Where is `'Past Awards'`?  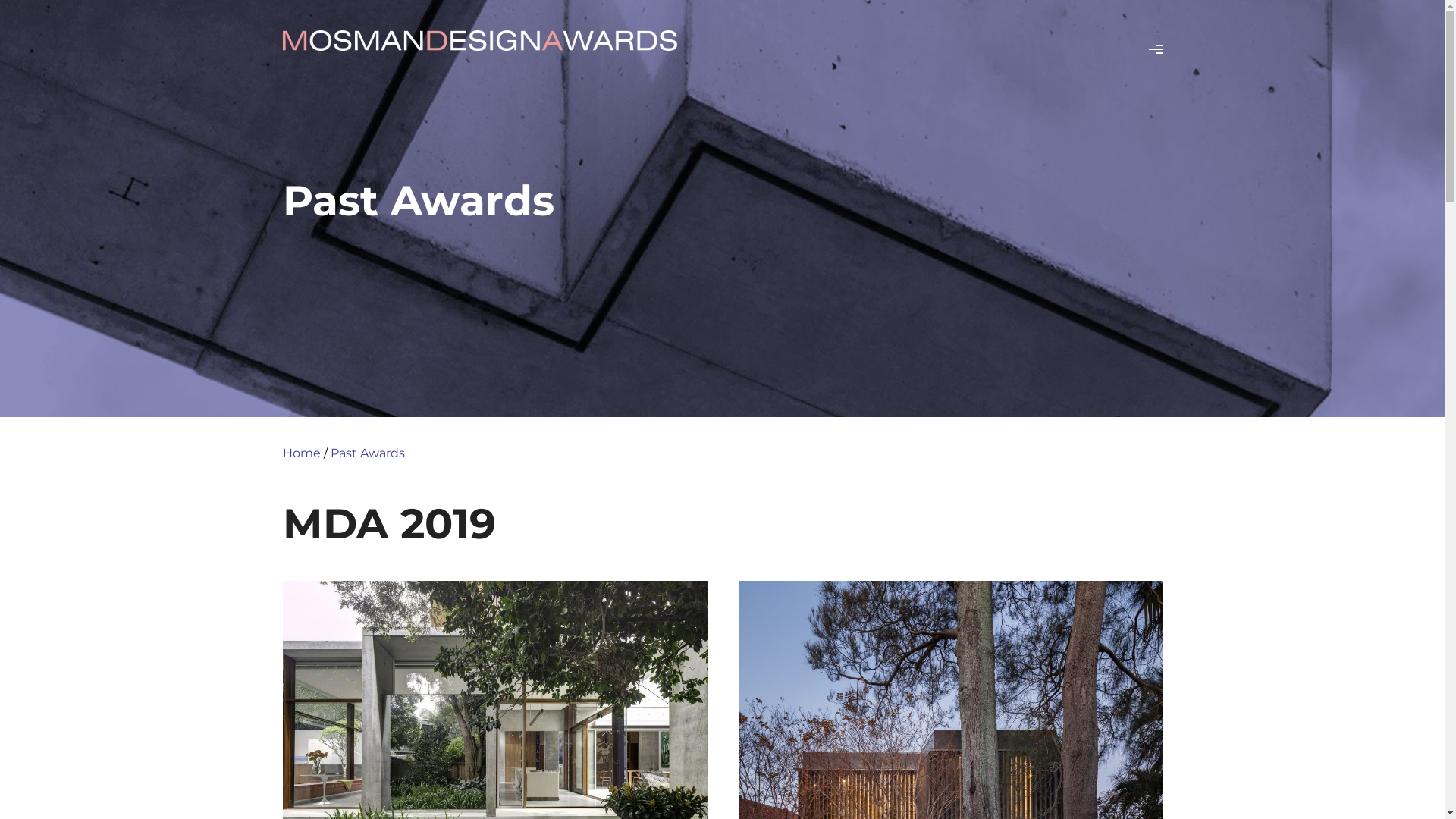 'Past Awards' is located at coordinates (367, 452).